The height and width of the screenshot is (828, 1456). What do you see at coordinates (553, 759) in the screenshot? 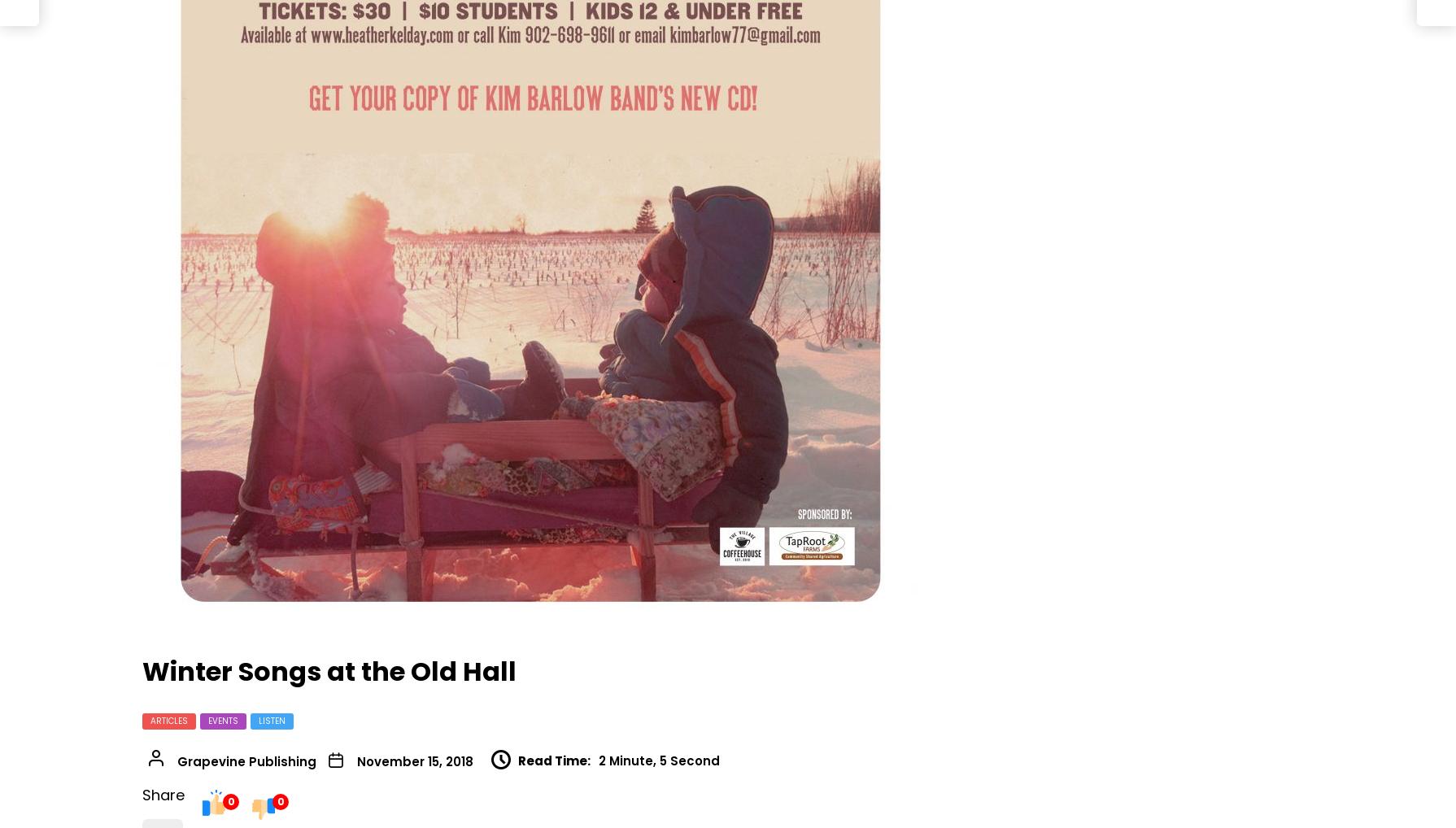
I see `'Read Time:'` at bounding box center [553, 759].